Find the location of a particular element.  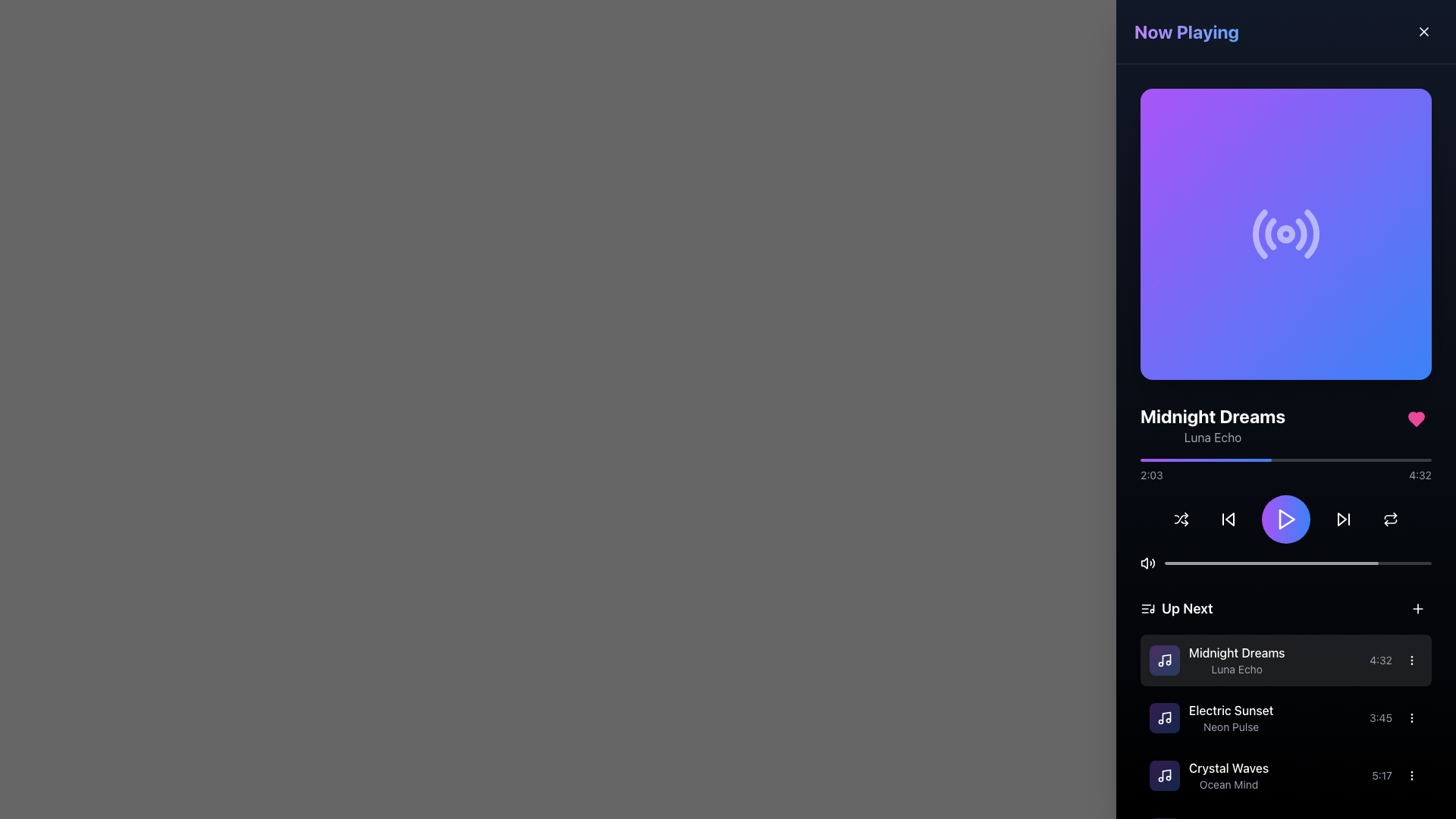

the SVG icon representing a musical note, which visually indicates a music track or sound-related feature in the music player interface is located at coordinates (1164, 660).